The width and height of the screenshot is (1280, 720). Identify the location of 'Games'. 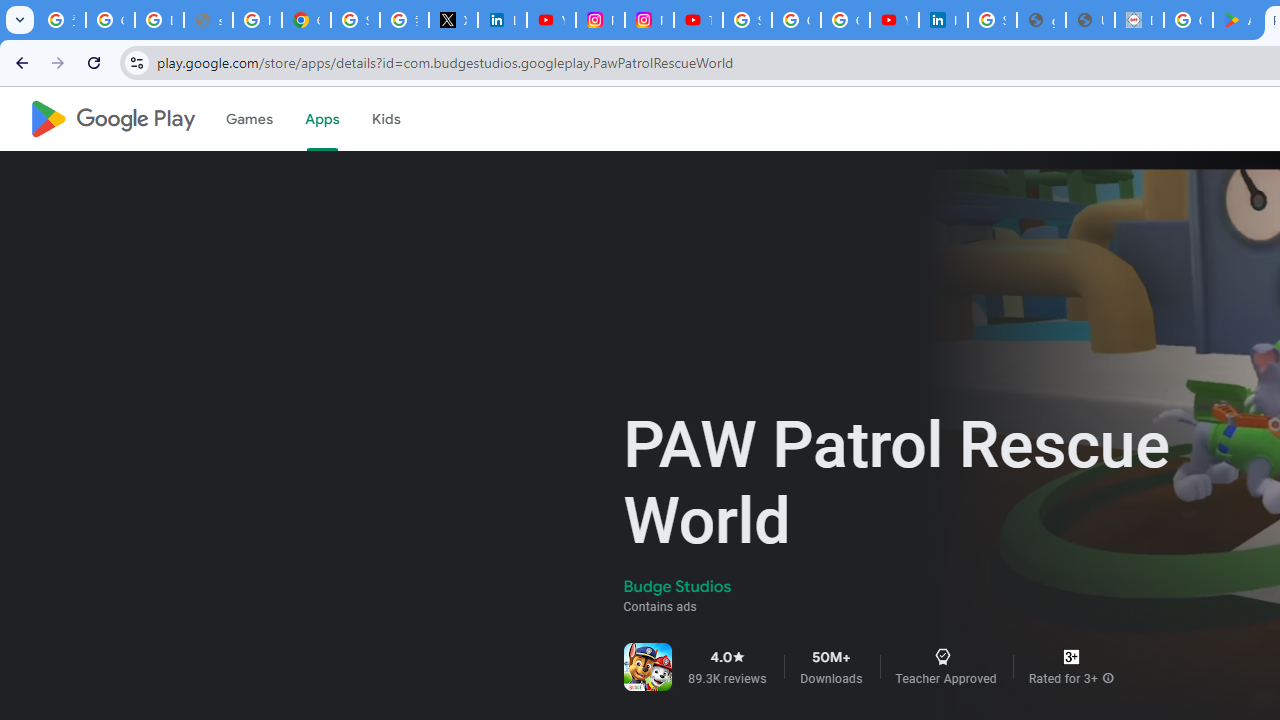
(247, 119).